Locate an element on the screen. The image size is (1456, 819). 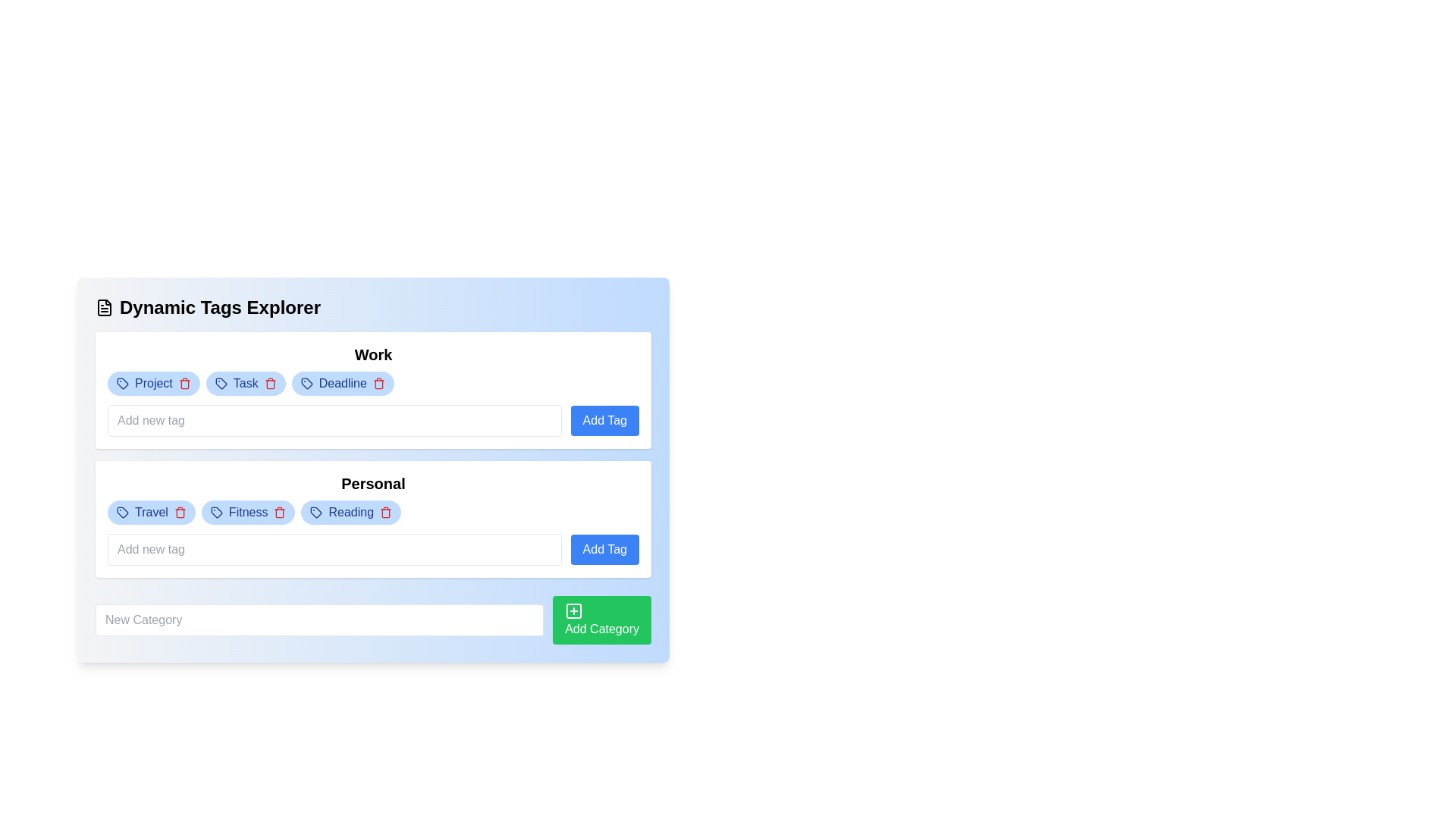
the tag icon located in the 'Work' section, adjacent to the 'Deadline' tag, which visually represents a tag for identifying or grouping related data is located at coordinates (306, 382).